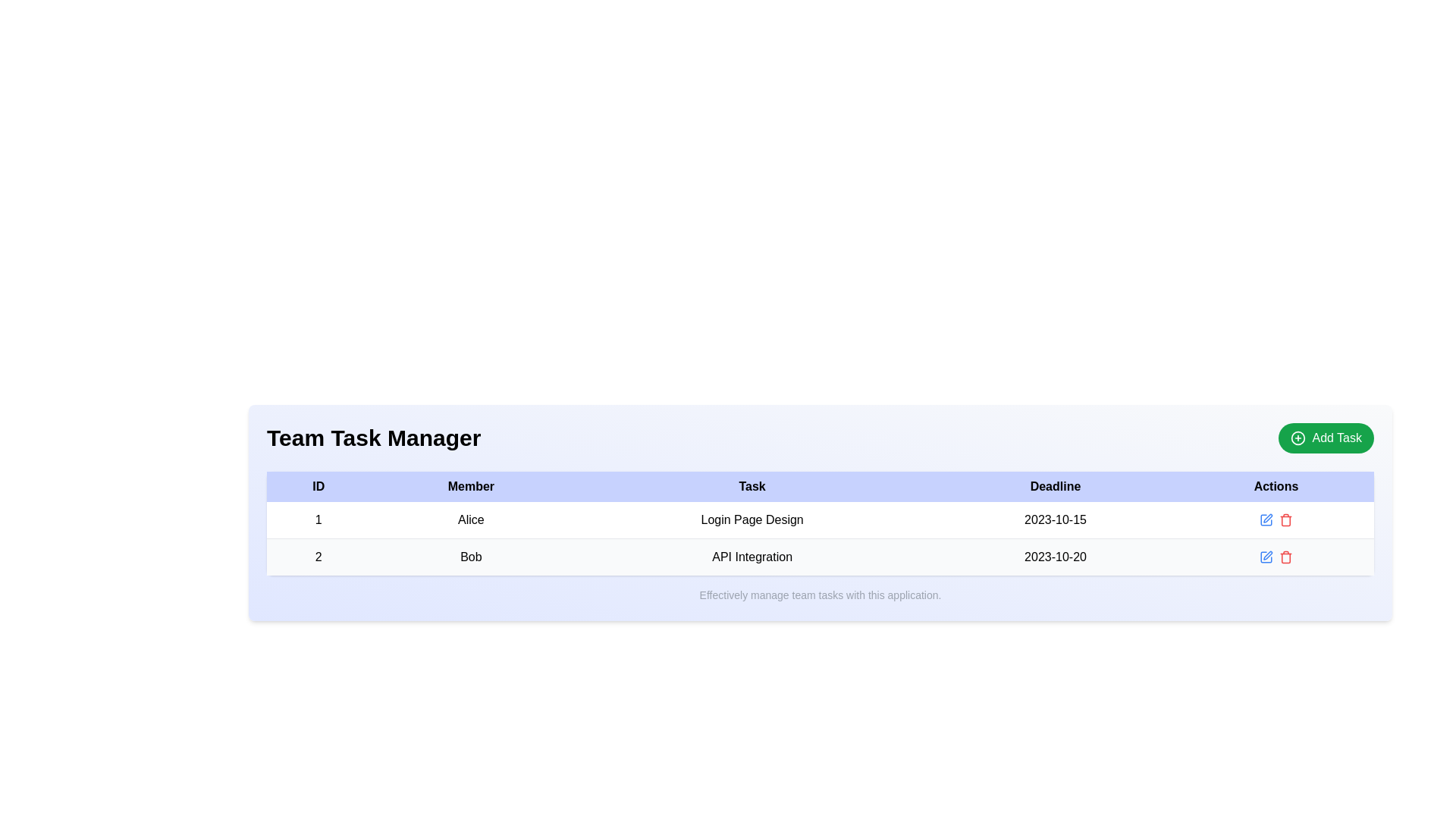 This screenshot has width=1456, height=819. I want to click on the rounded green button labeled 'Add Task' located at the top-right corner of the 'Team Task Manager' section, so click(1326, 438).